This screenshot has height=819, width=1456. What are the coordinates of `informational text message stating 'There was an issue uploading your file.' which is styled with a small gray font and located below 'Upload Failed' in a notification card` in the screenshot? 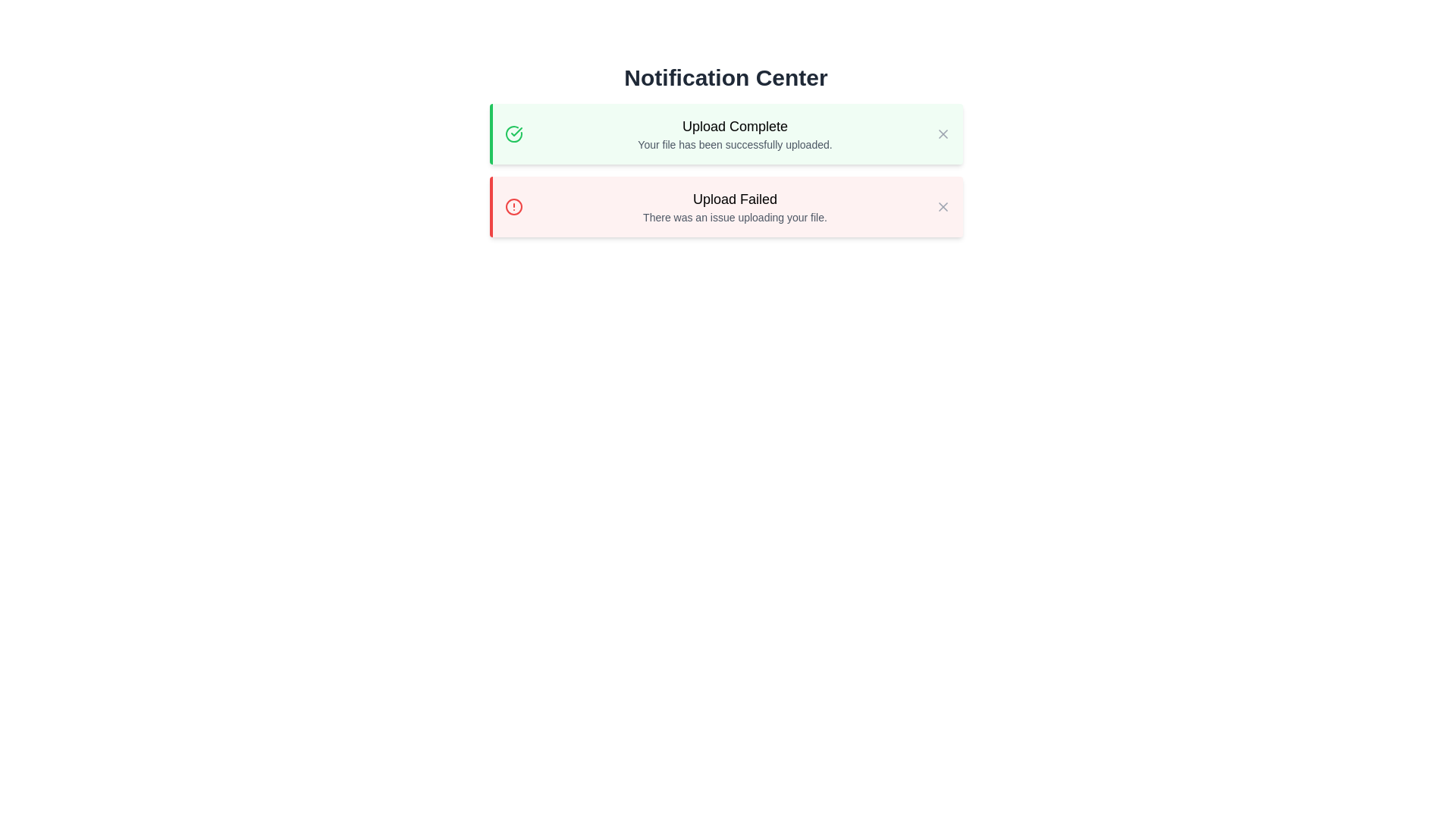 It's located at (735, 217).